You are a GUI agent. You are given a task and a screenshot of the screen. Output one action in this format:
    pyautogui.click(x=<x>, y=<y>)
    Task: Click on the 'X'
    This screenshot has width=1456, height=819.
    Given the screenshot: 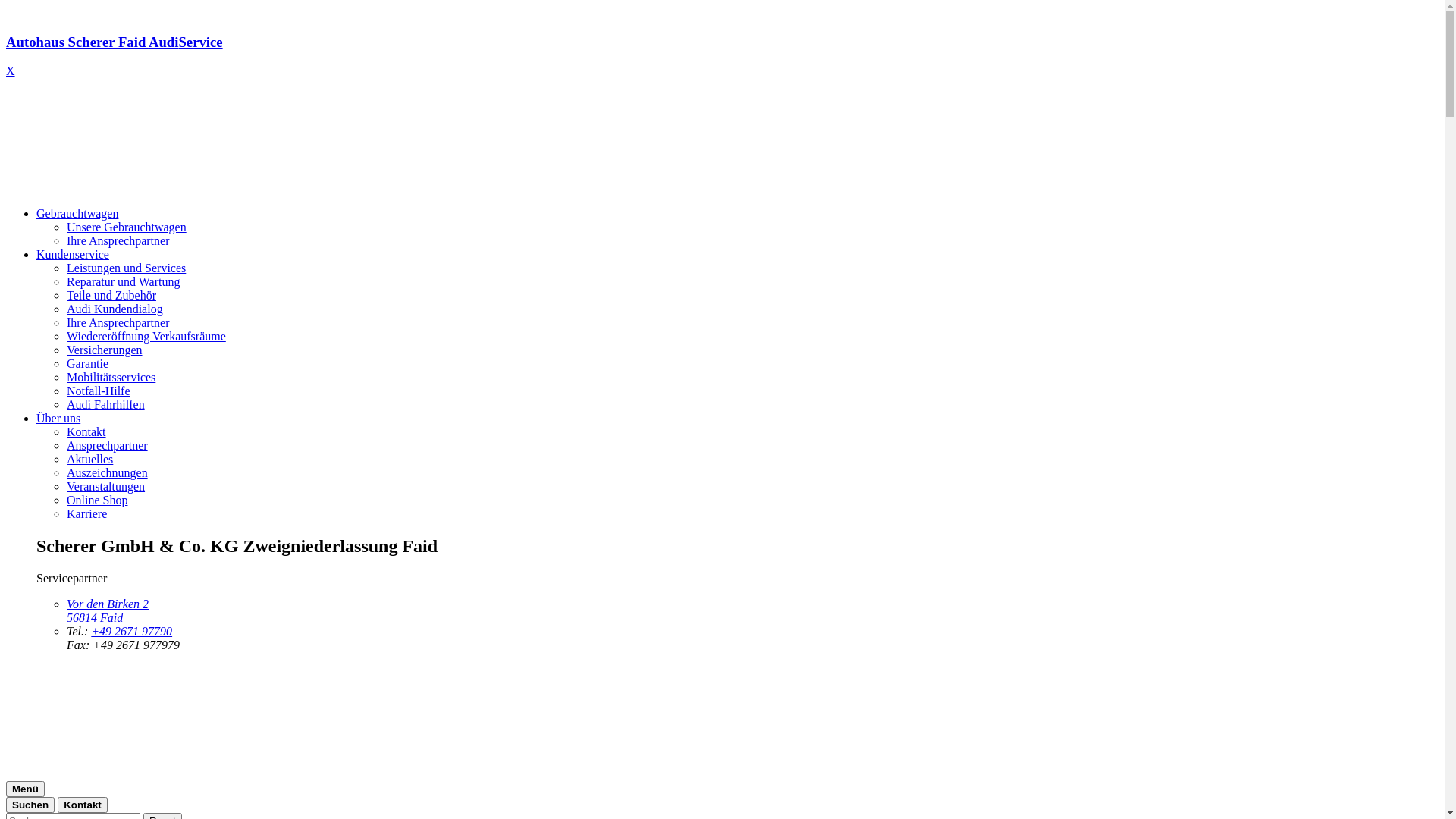 What is the action you would take?
    pyautogui.click(x=11, y=71)
    